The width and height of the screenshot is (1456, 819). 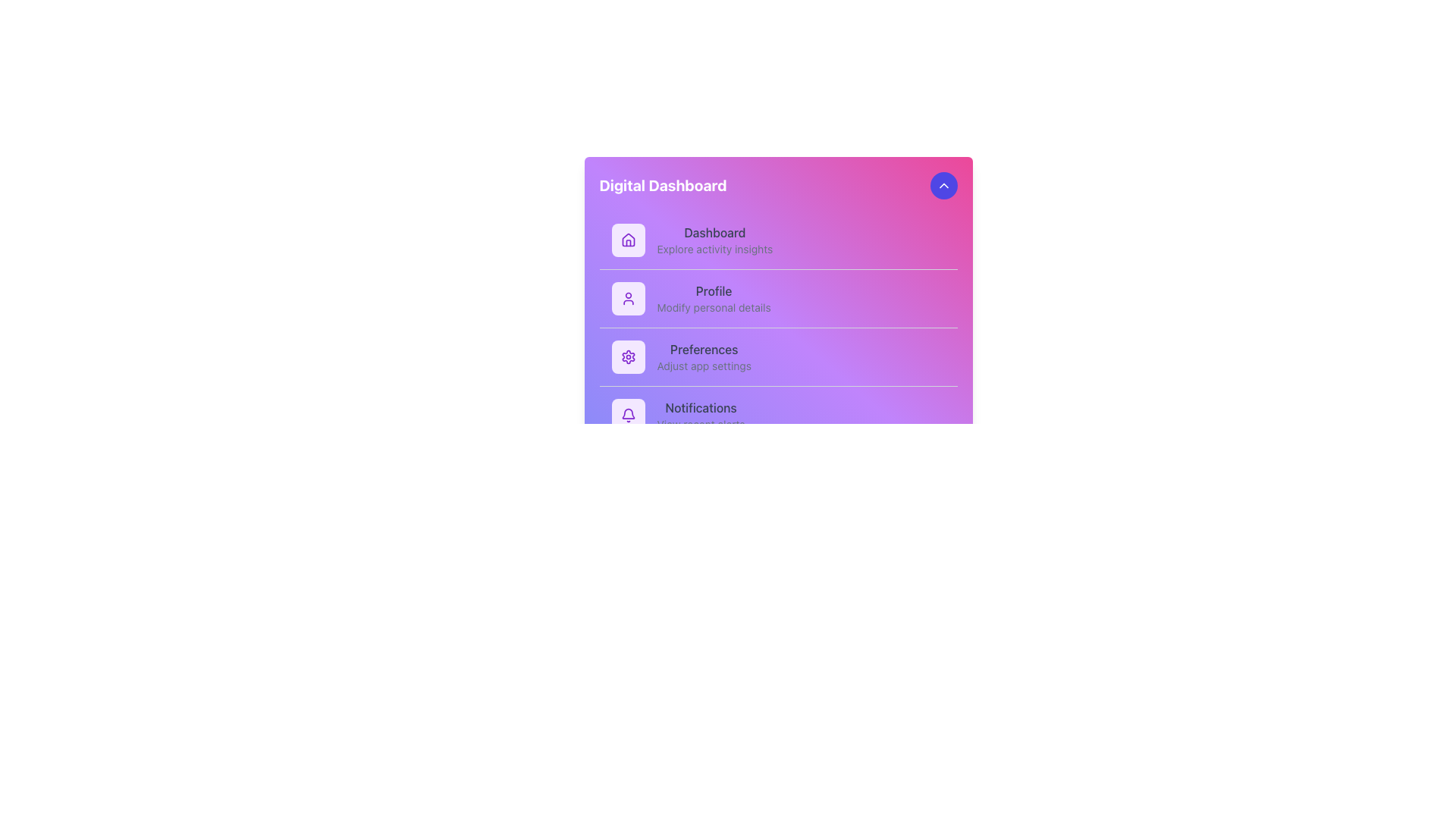 What do you see at coordinates (628, 298) in the screenshot?
I see `the profile modification icon with a light purple background and darker purple border, located in the second row of the vertical list menu labeled 'Profile Modify personal details.'` at bounding box center [628, 298].